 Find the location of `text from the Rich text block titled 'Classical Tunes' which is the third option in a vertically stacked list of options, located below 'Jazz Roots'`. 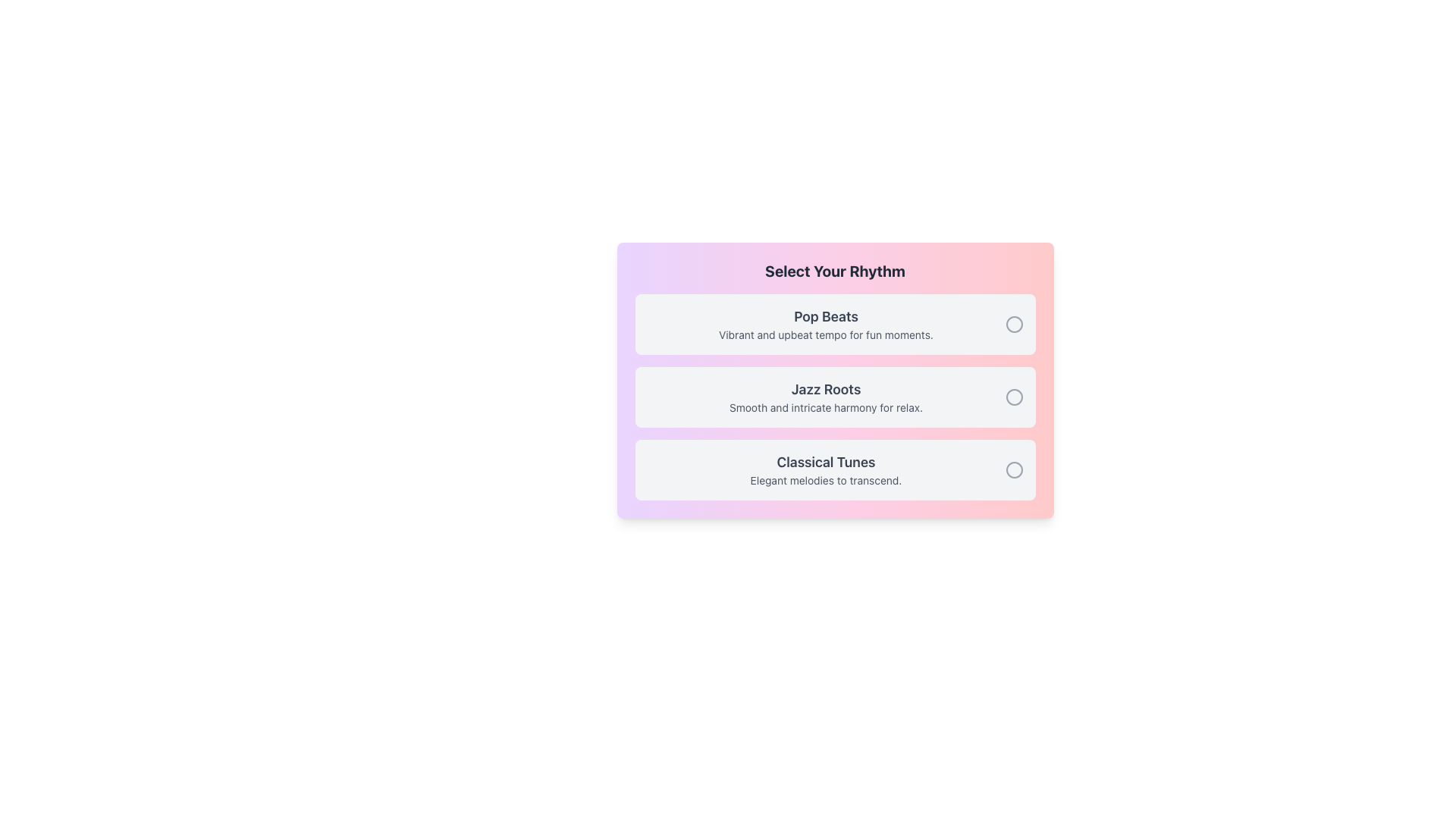

text from the Rich text block titled 'Classical Tunes' which is the third option in a vertically stacked list of options, located below 'Jazz Roots' is located at coordinates (825, 469).